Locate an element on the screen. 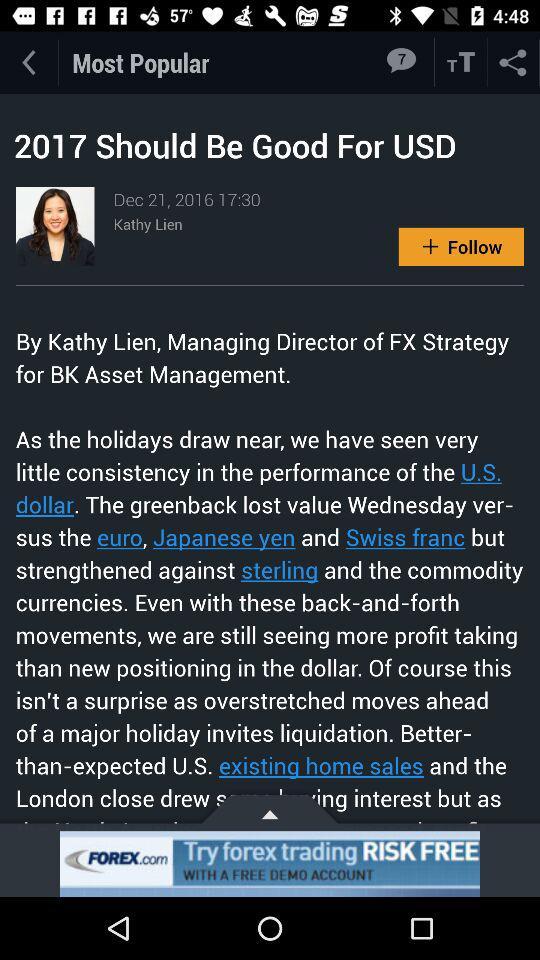 This screenshot has height=960, width=540. follow is located at coordinates (461, 245).